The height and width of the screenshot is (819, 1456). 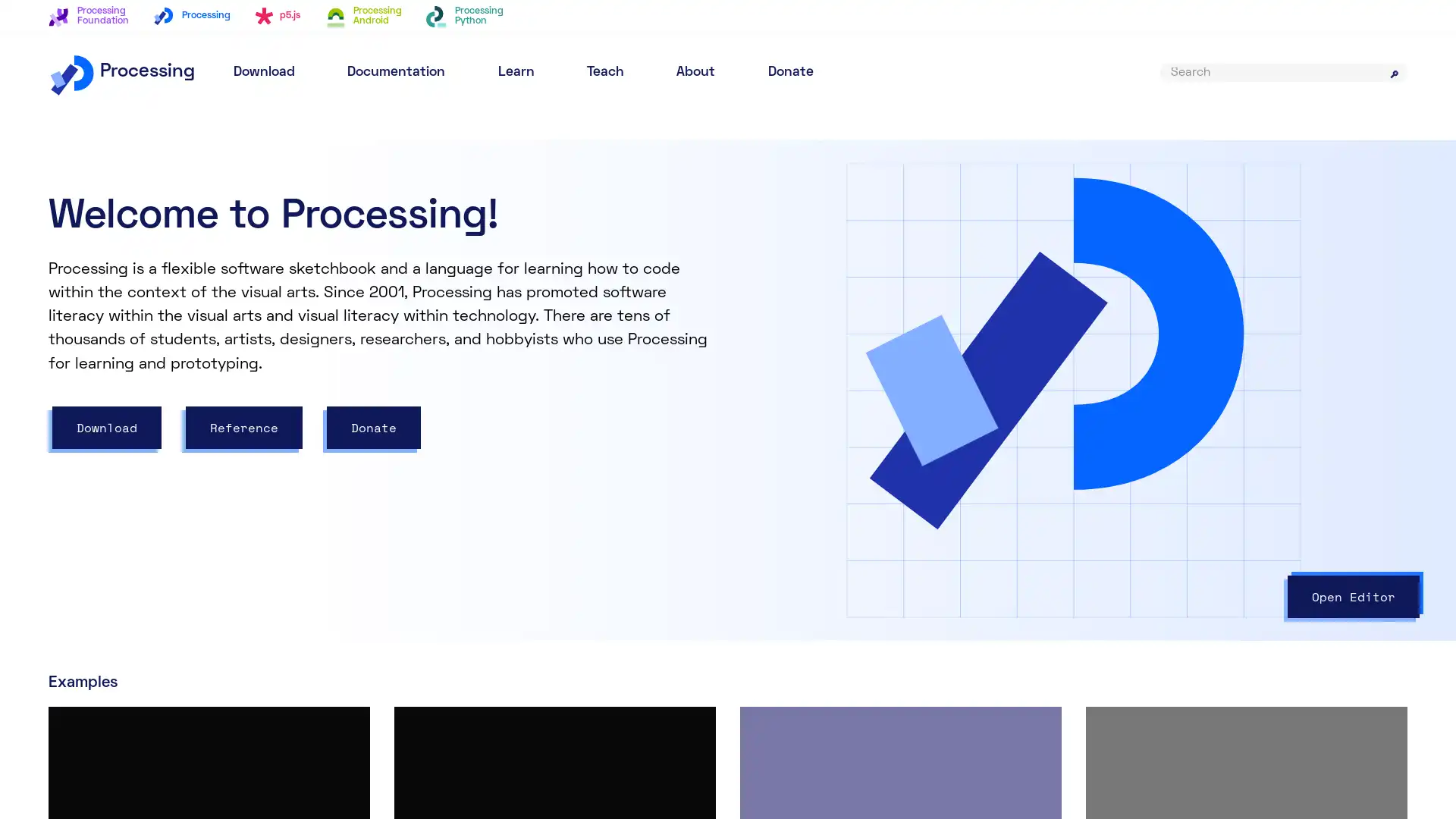 I want to click on change position, so click(x=1014, y=416).